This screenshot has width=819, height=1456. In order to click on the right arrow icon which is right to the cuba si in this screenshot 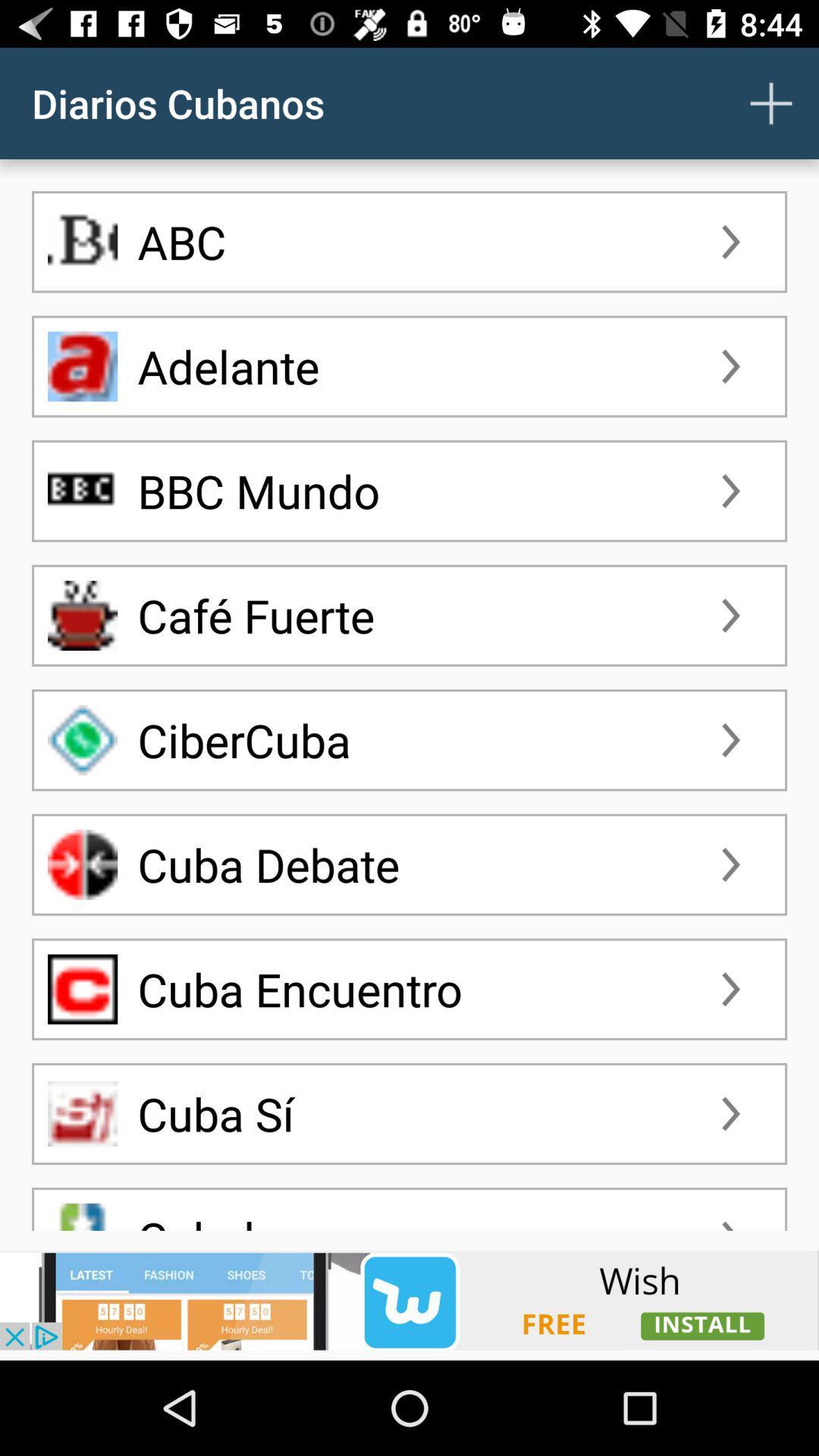, I will do `click(730, 1113)`.